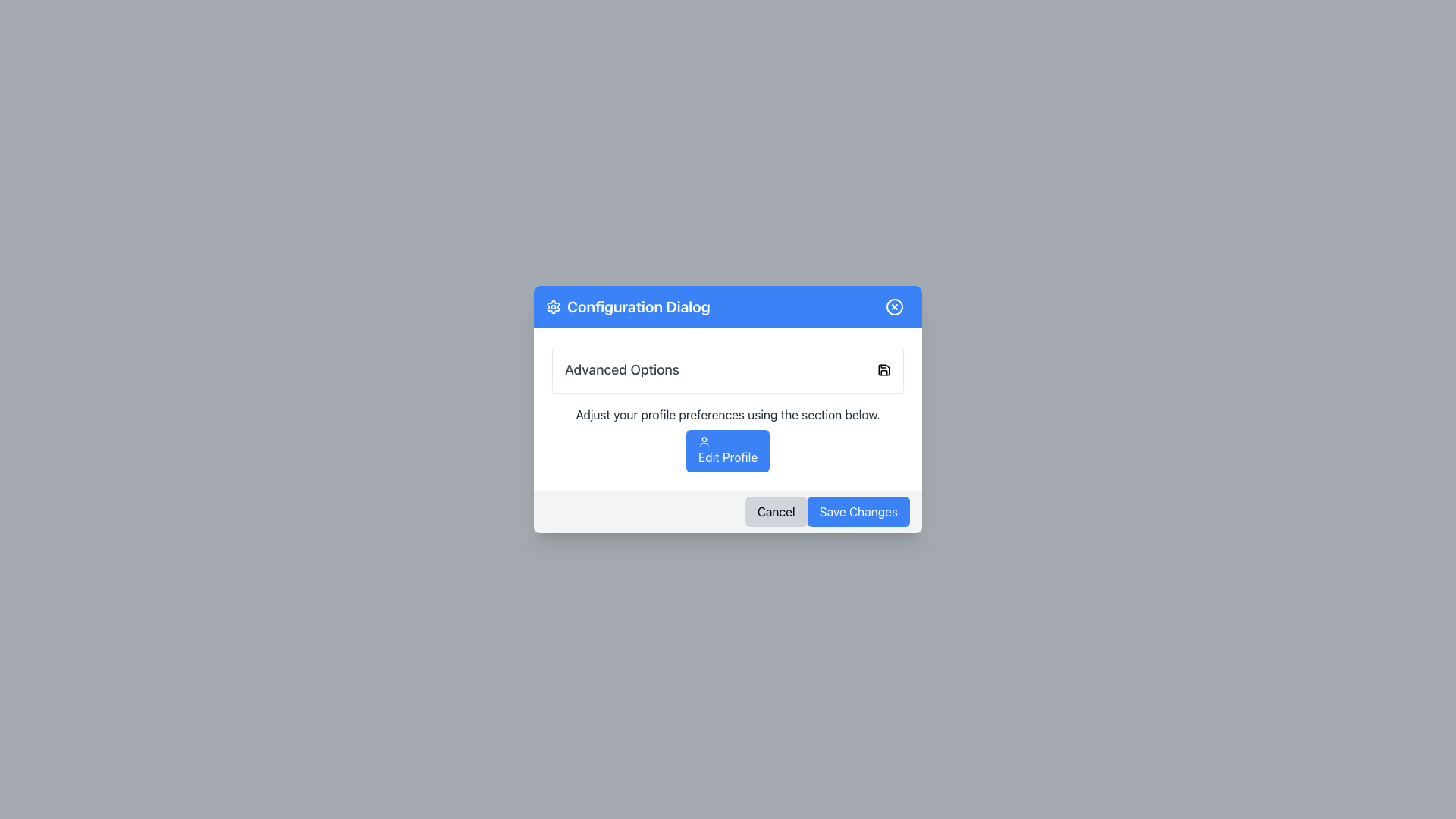  I want to click on the confirm button located at the bottom-right corner of the 'Configuration Dialog', so click(858, 512).